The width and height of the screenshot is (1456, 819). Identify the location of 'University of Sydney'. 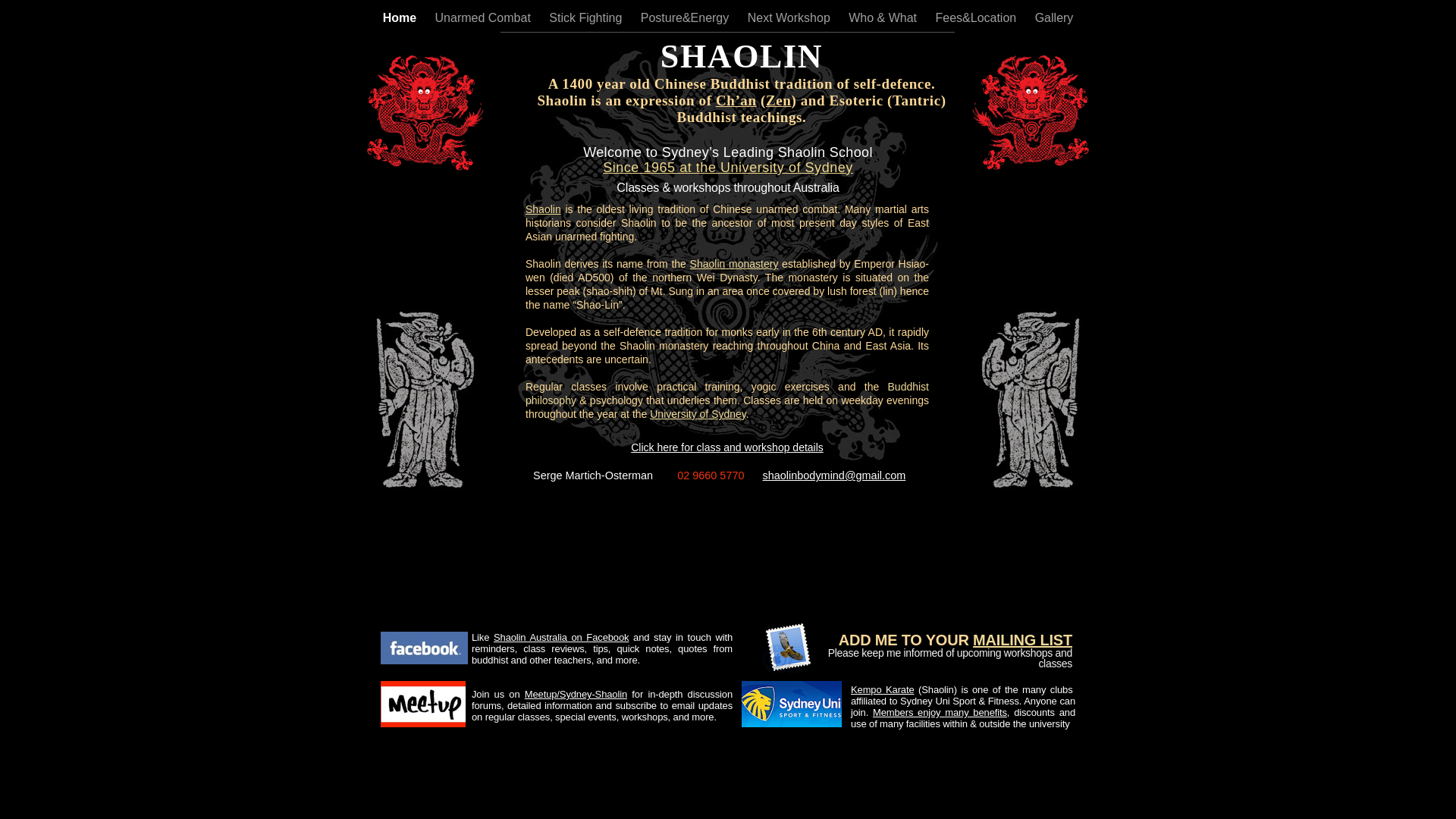
(697, 414).